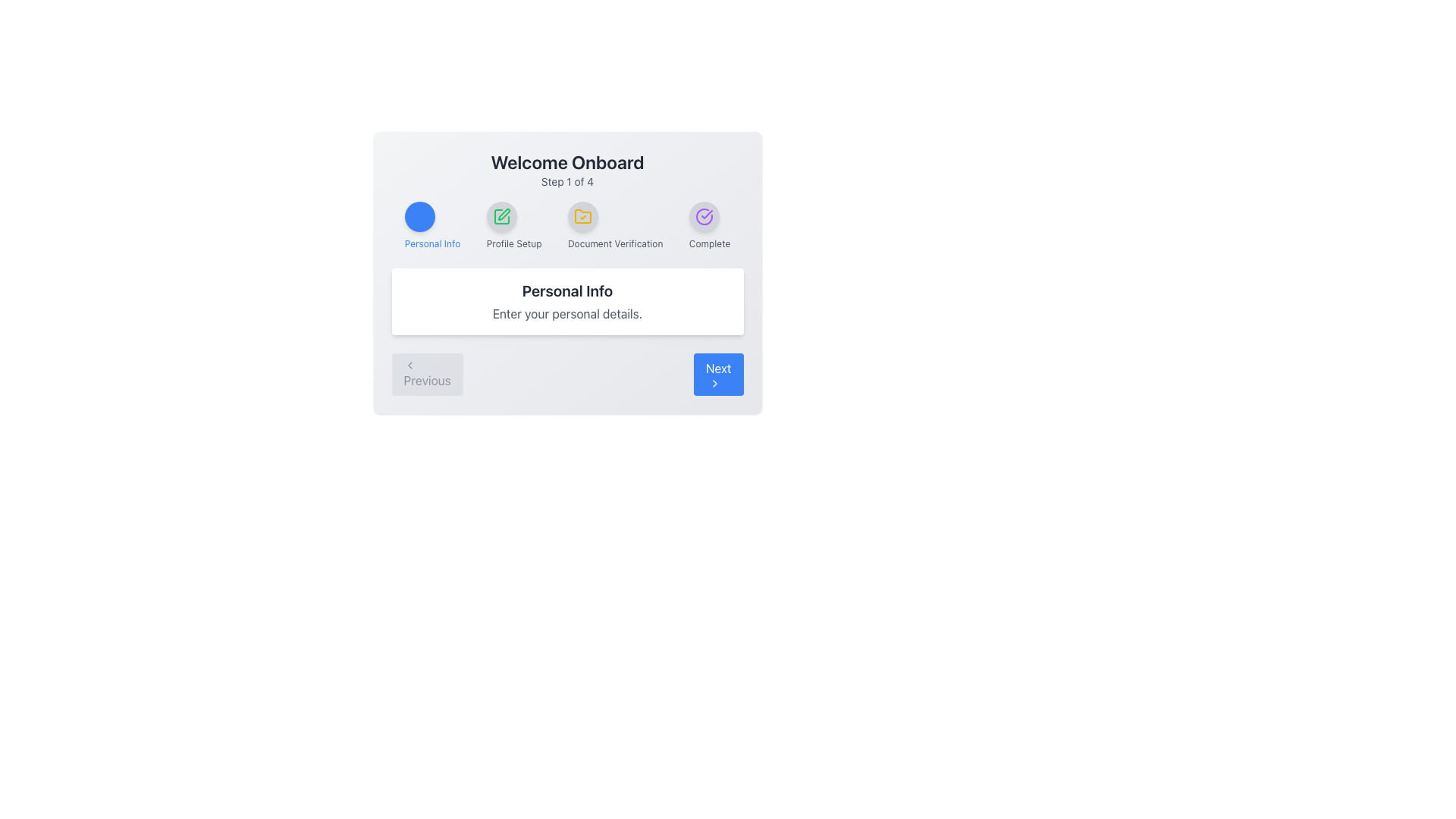  I want to click on the folder icon with a checkmark symbol, which is the third icon in a row of navigation steps at the top of the interface, so click(582, 216).